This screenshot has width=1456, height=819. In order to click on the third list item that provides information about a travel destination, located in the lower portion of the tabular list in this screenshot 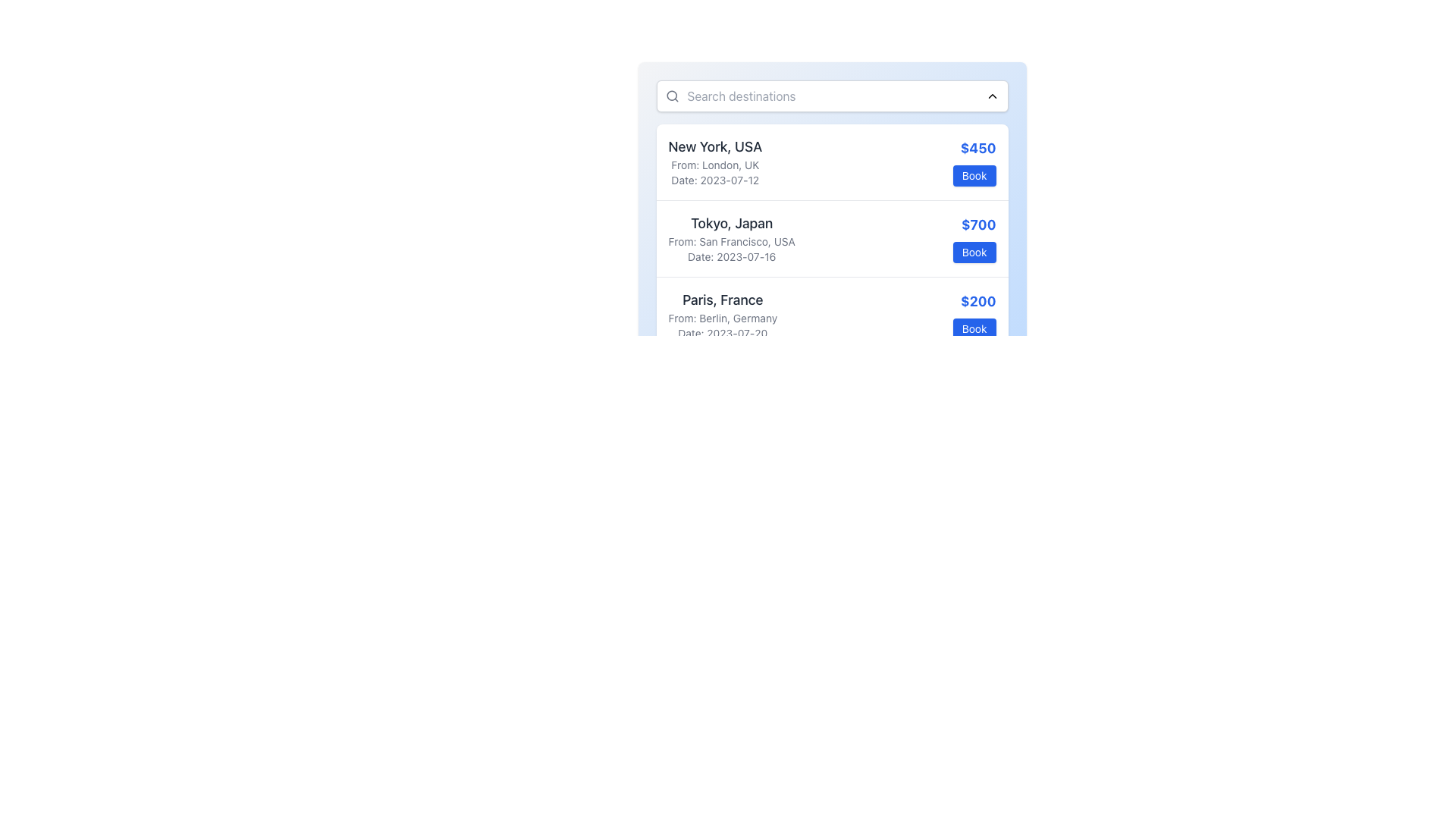, I will do `click(722, 315)`.